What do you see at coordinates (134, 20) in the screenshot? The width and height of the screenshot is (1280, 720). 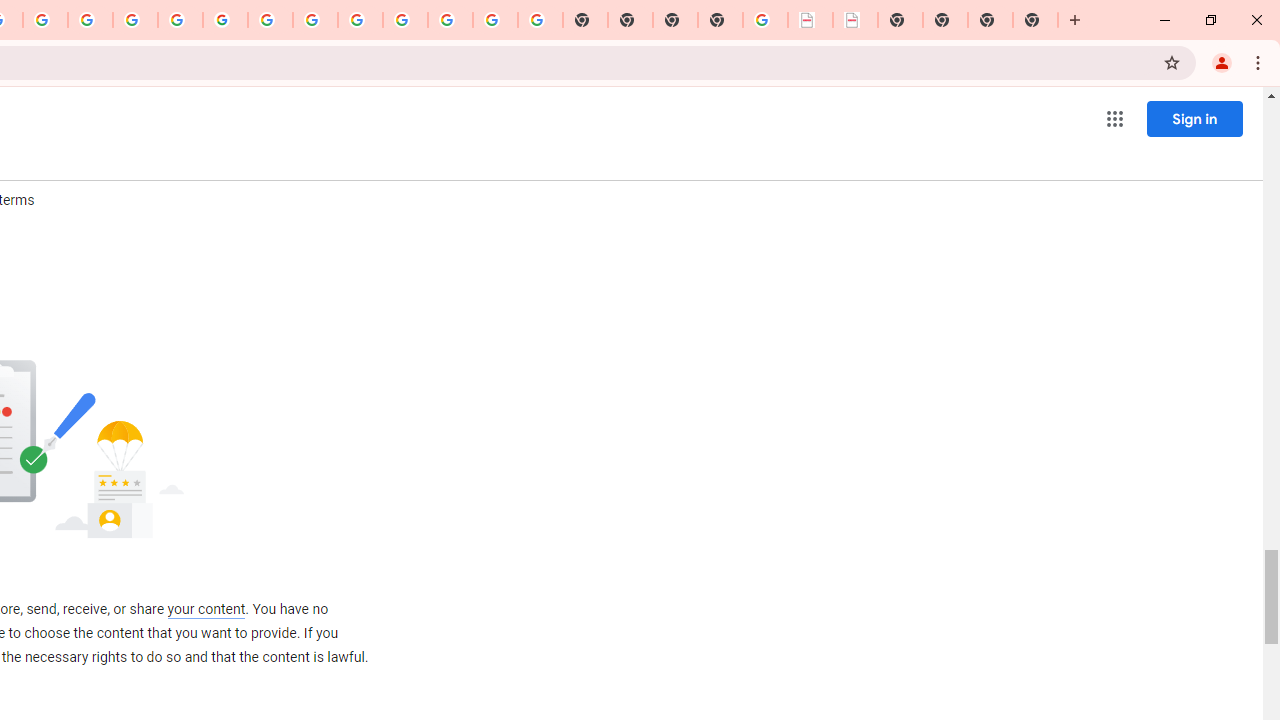 I see `'Privacy Help Center - Policies Help'` at bounding box center [134, 20].